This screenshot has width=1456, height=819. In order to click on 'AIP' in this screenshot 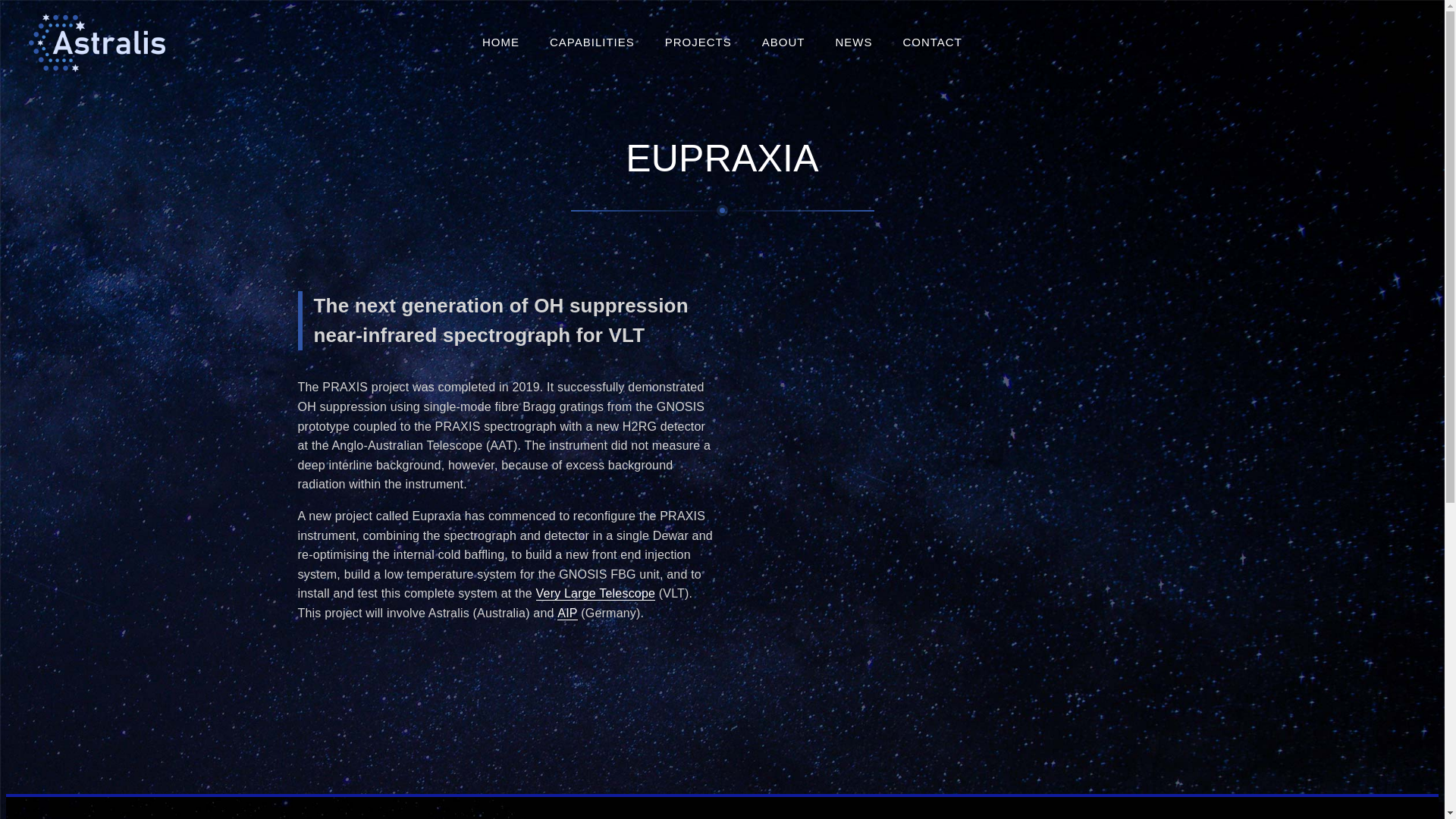, I will do `click(566, 613)`.